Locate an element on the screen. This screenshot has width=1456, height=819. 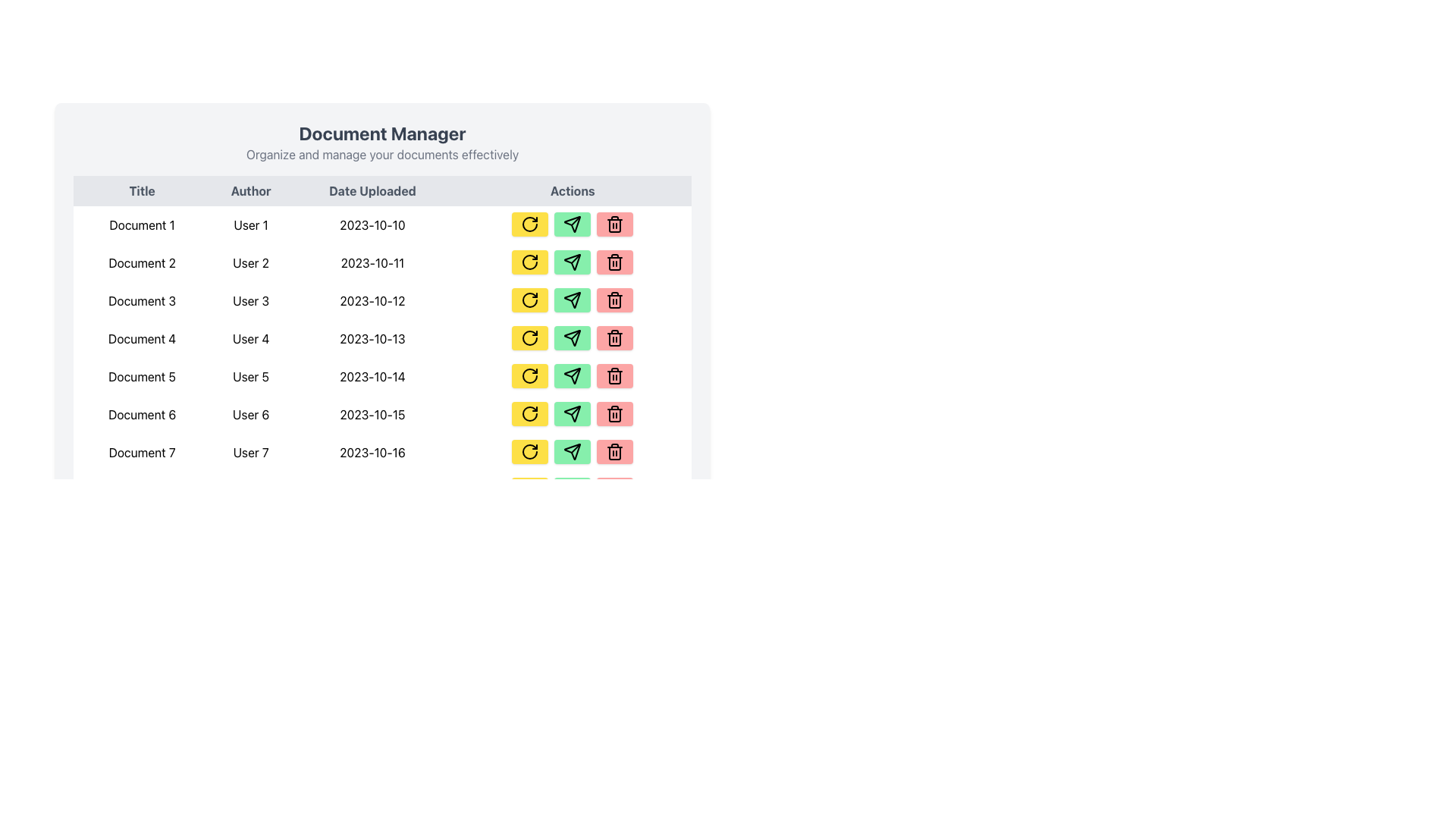
the delete button, which is the third action button in the row, located to the right of the 'Send' and 'Refresh' buttons is located at coordinates (615, 602).